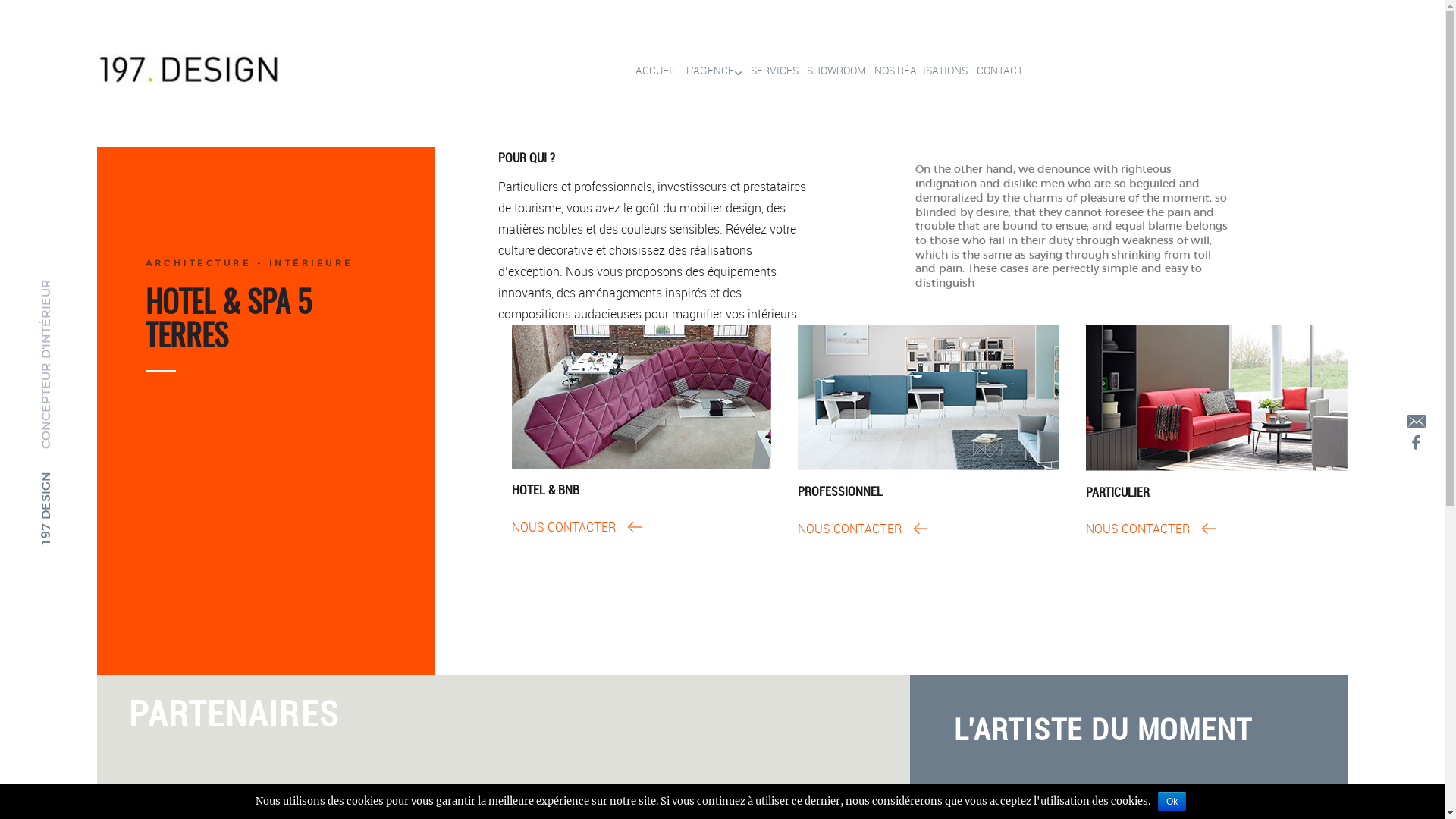 The width and height of the screenshot is (1456, 819). Describe the element at coordinates (1171, 800) in the screenshot. I see `'Ok'` at that location.